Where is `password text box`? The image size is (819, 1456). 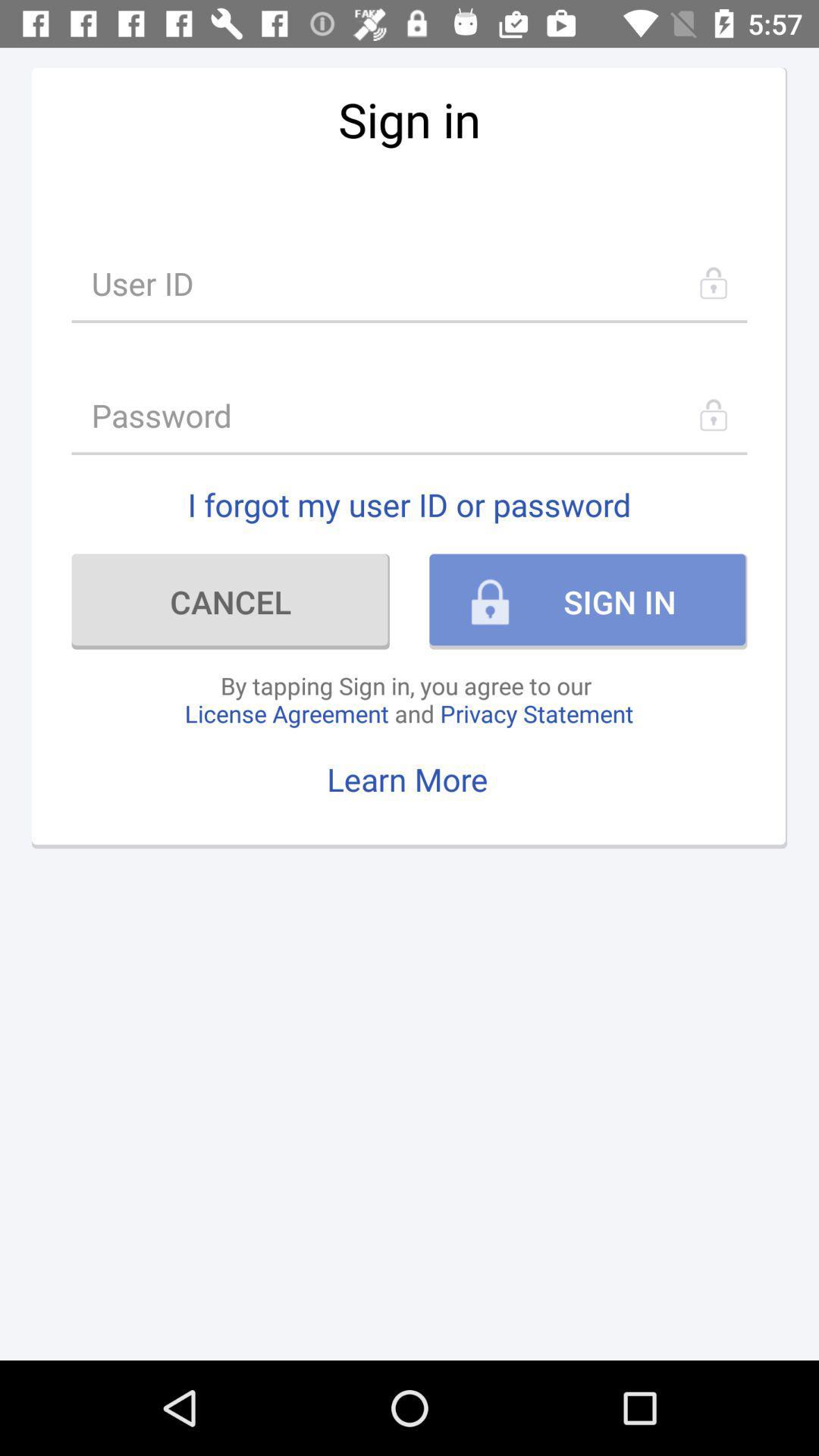 password text box is located at coordinates (409, 415).